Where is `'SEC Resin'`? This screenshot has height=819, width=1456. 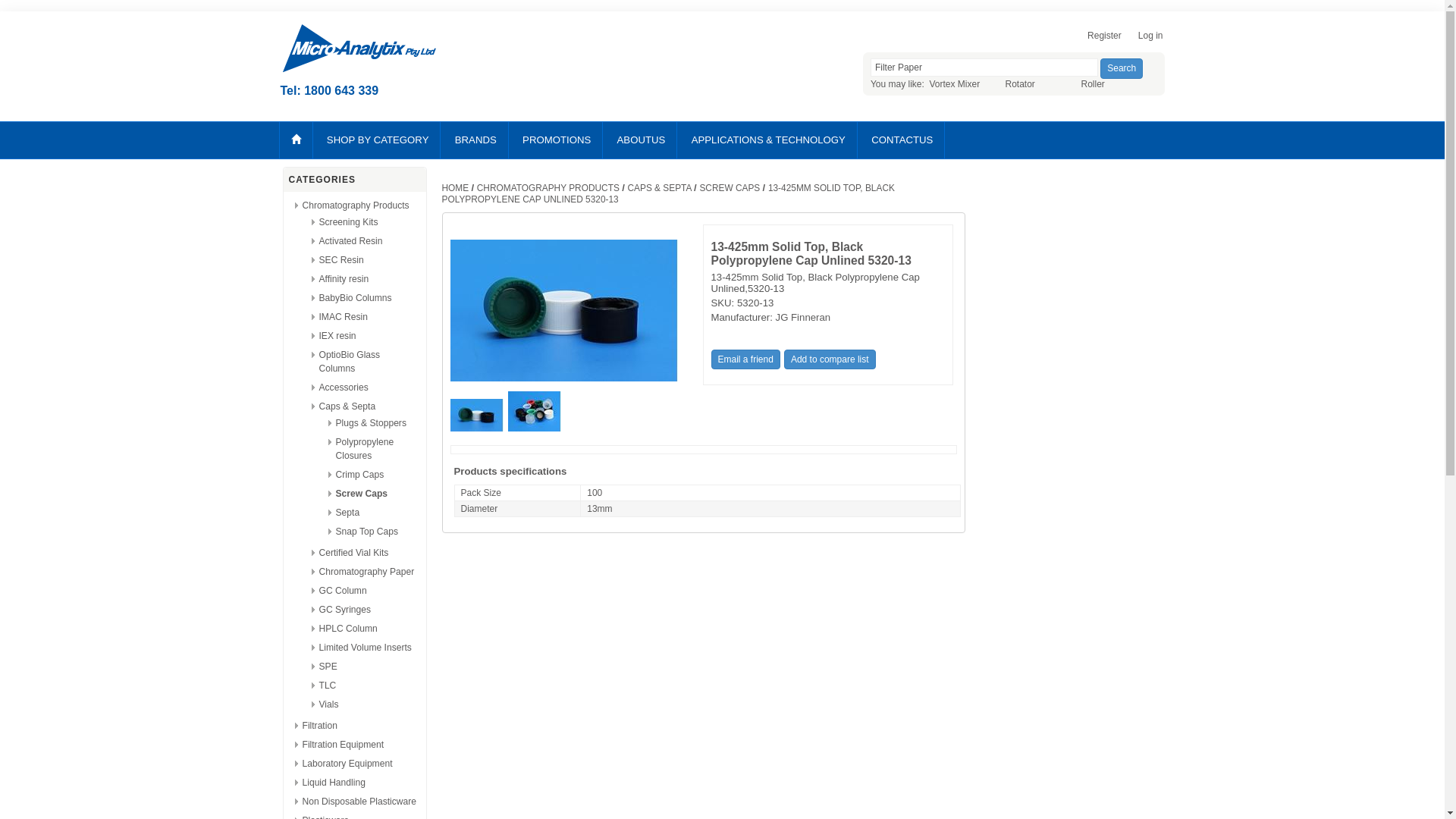
'SEC Resin' is located at coordinates (340, 259).